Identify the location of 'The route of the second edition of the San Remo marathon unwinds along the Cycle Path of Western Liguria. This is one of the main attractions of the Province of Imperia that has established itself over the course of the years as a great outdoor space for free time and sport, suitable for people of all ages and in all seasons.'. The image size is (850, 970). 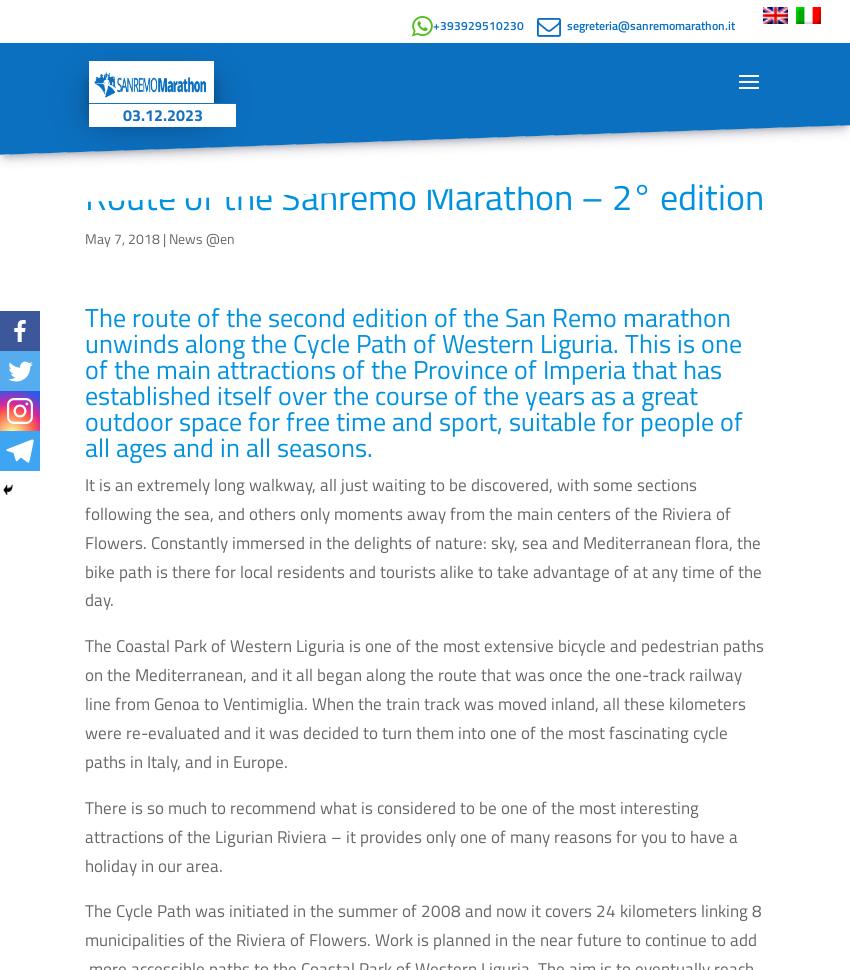
(414, 380).